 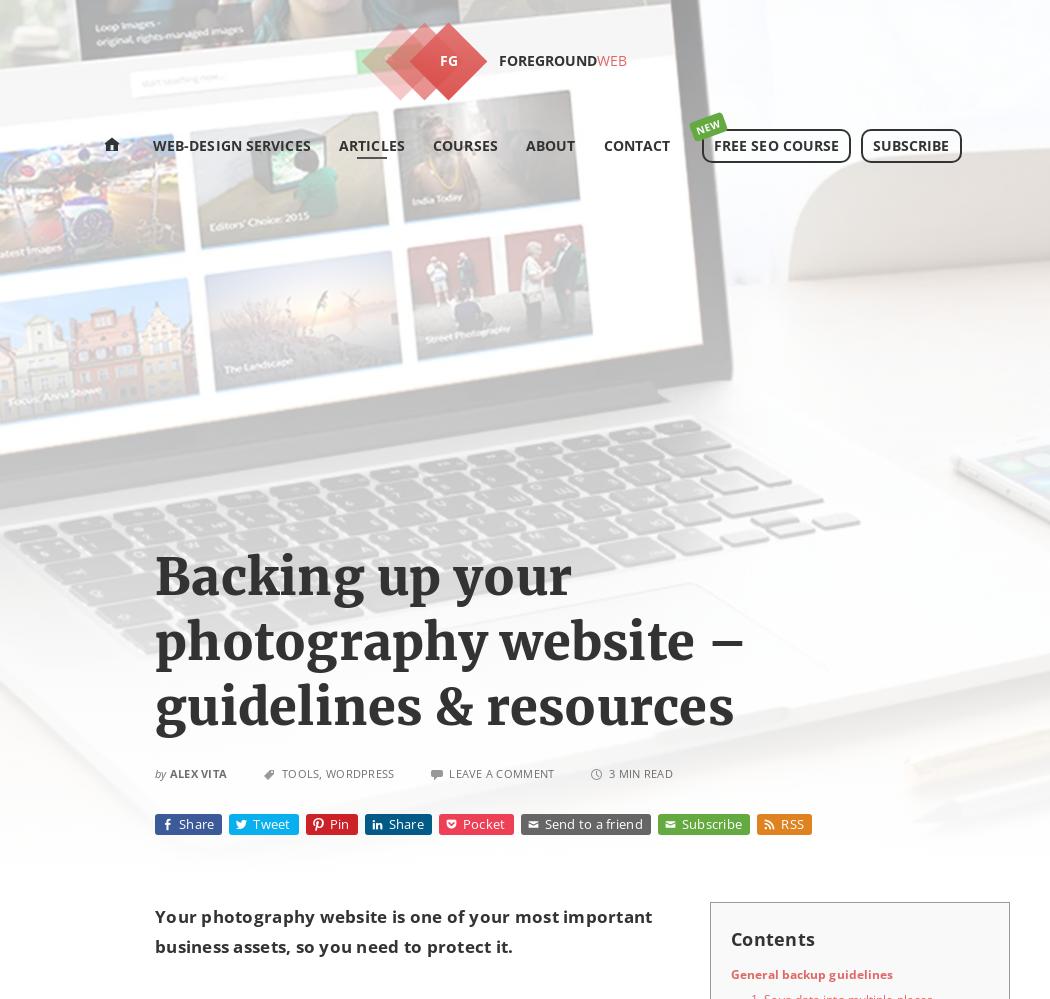 What do you see at coordinates (810, 972) in the screenshot?
I see `'General backup guidelines'` at bounding box center [810, 972].